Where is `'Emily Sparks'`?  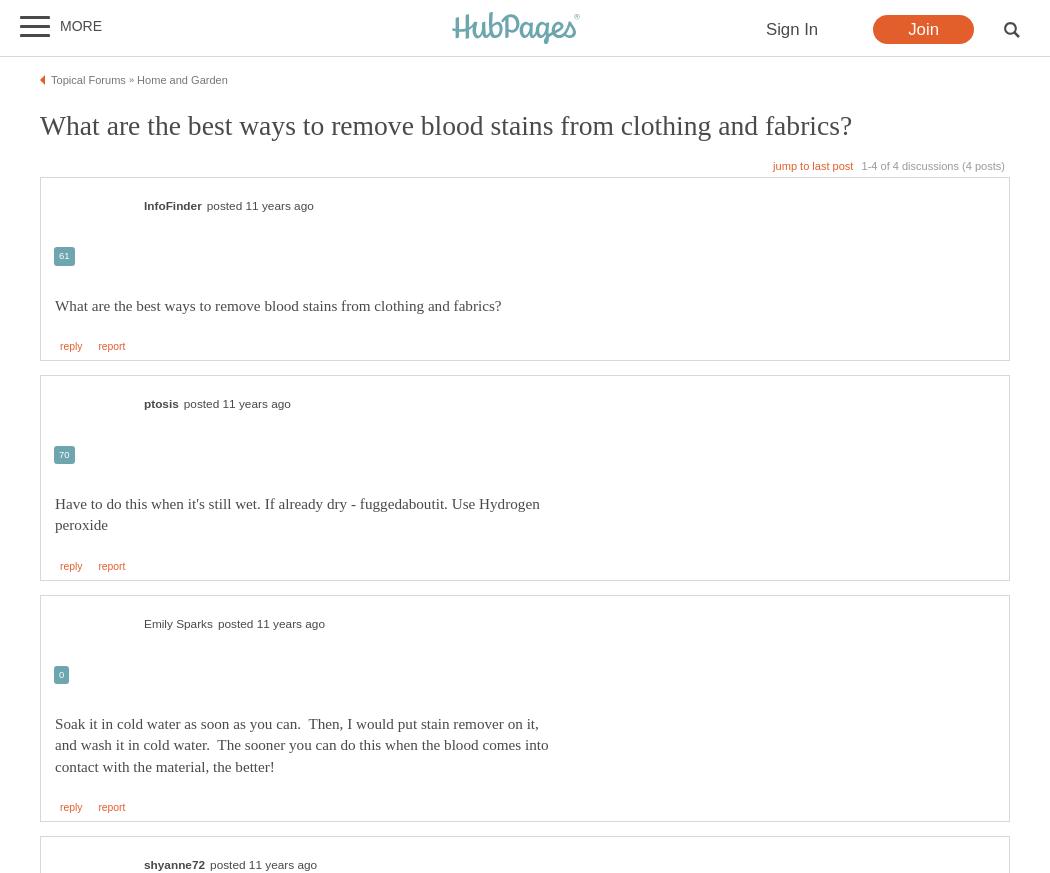 'Emily Sparks' is located at coordinates (177, 624).